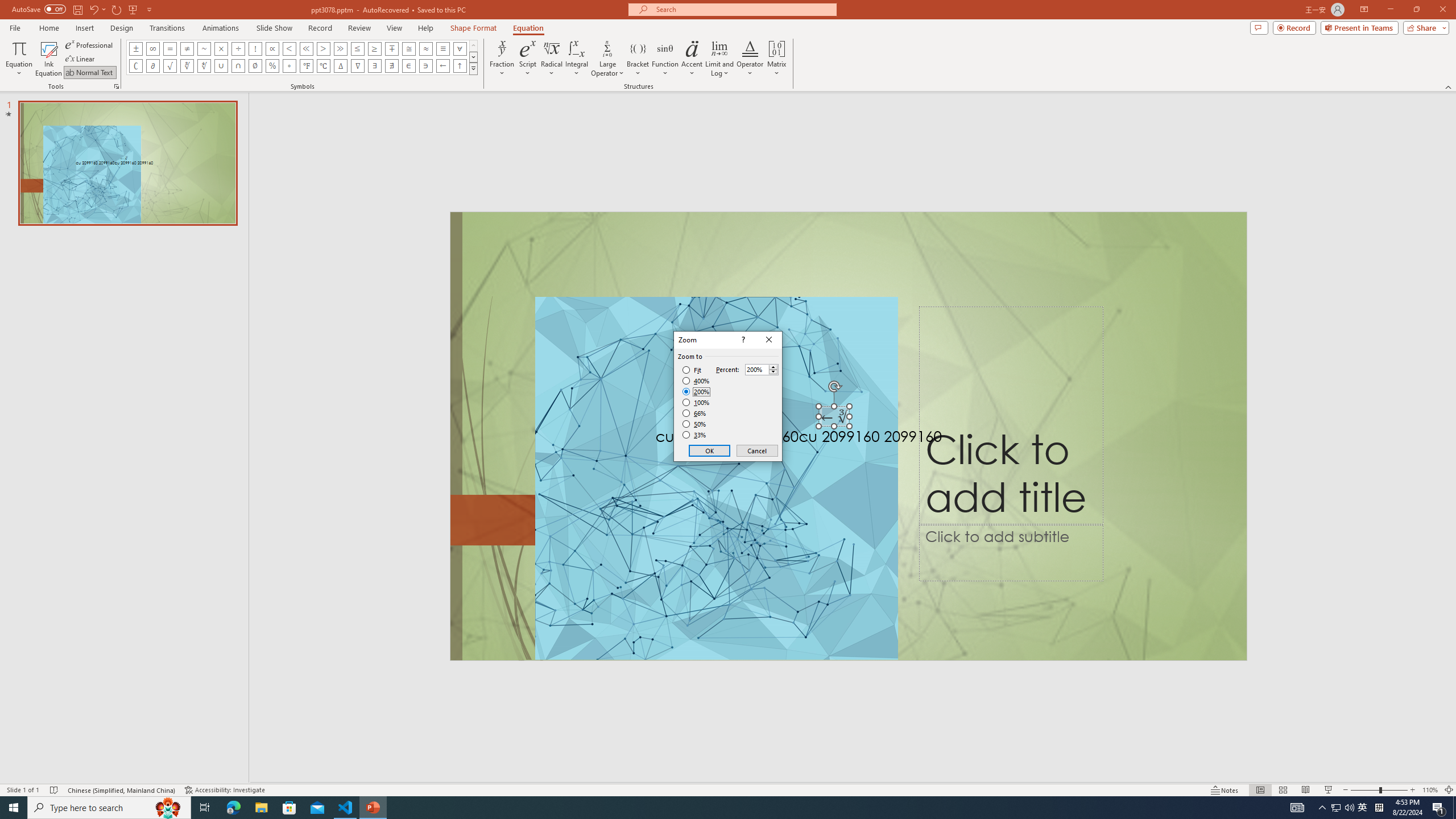 This screenshot has width=1456, height=819. I want to click on 'Equation Symbol Empty Set', so click(255, 65).